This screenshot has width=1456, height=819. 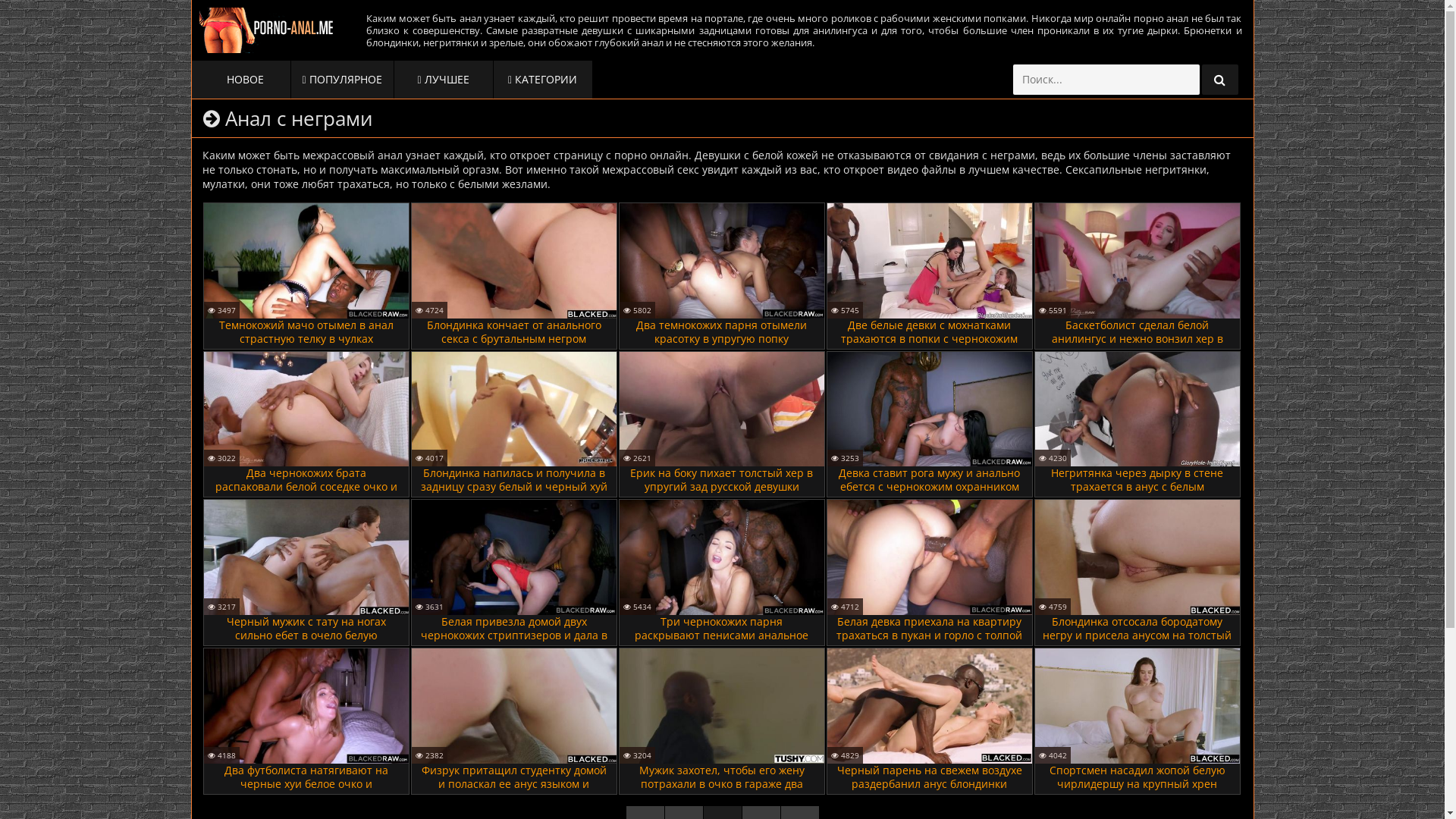 I want to click on 'Find', so click(x=1219, y=79).